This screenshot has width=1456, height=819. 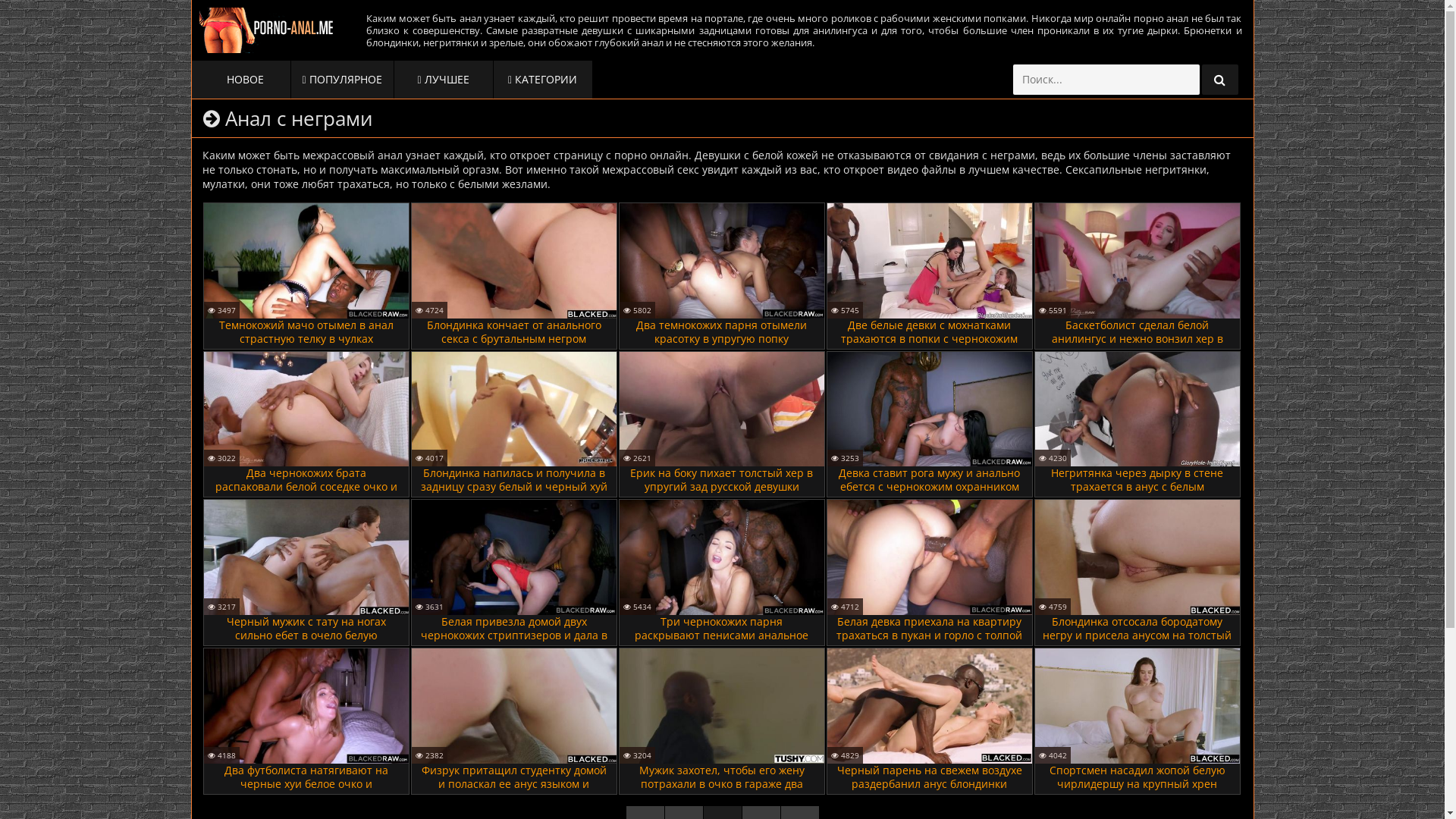 I want to click on 'Find', so click(x=1219, y=79).